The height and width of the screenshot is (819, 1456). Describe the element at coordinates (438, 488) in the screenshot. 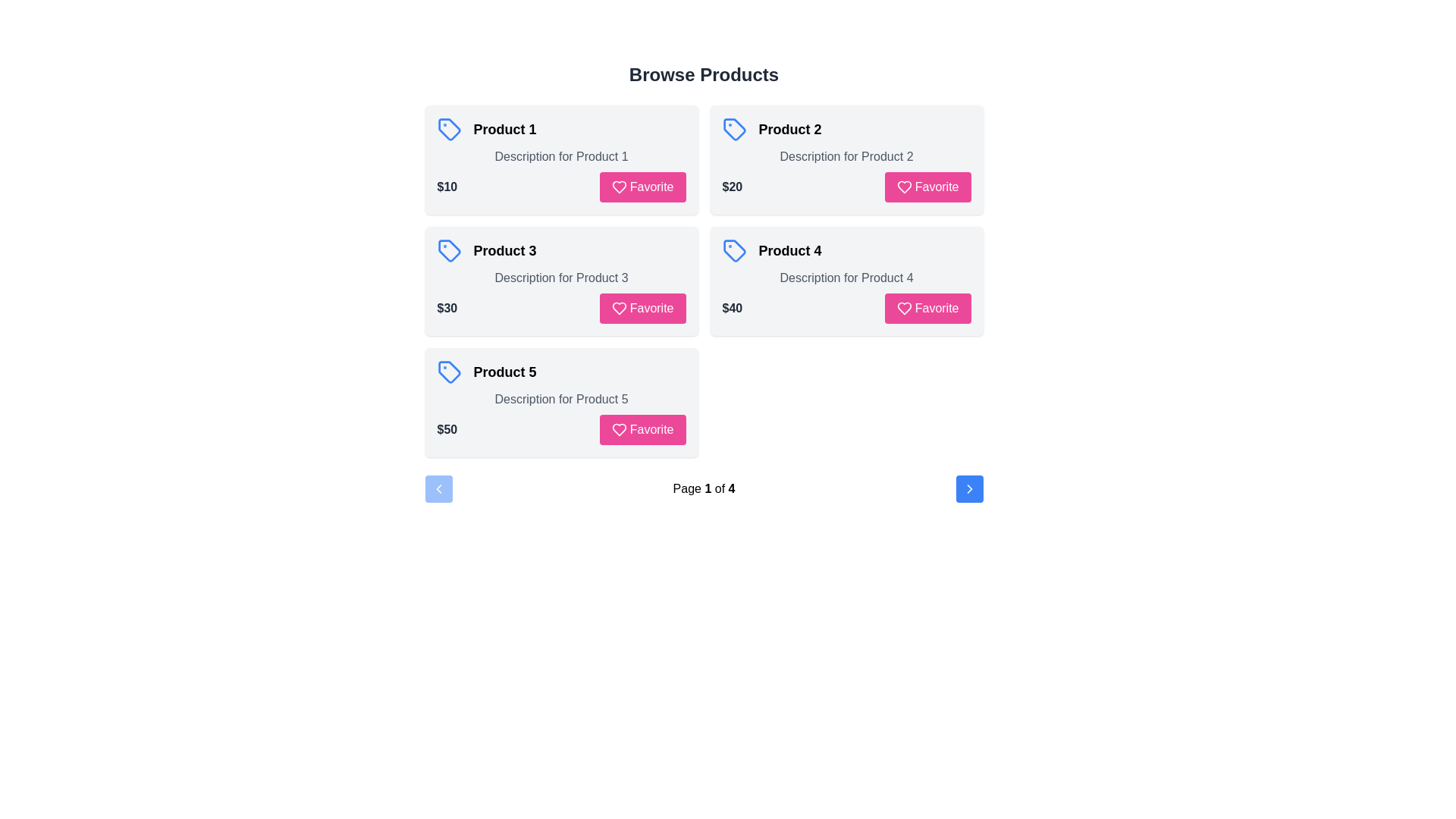

I see `the button located in the bottom-left corner of the pagination controls` at that location.